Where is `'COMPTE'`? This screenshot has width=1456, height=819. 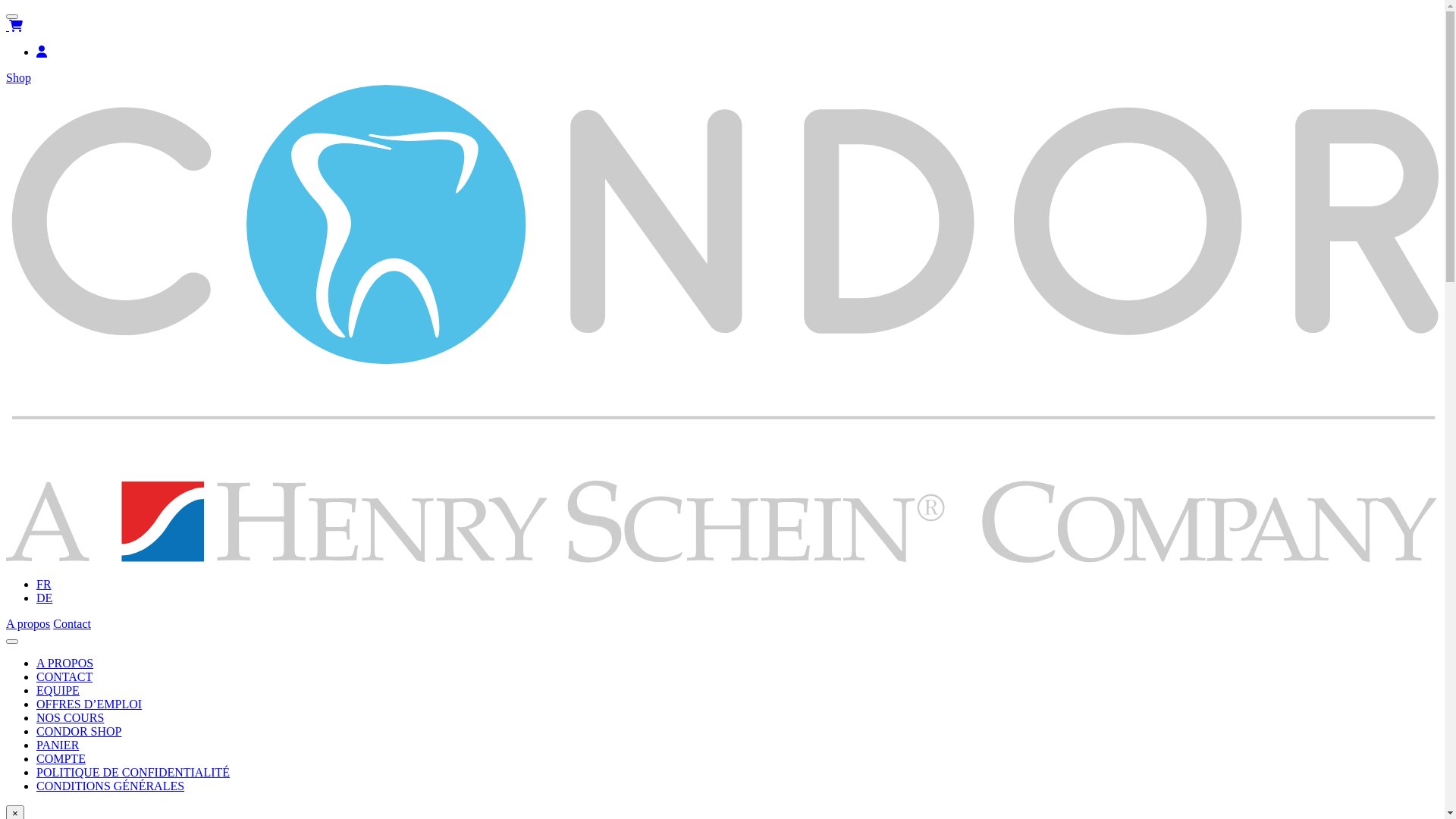
'COMPTE' is located at coordinates (61, 758).